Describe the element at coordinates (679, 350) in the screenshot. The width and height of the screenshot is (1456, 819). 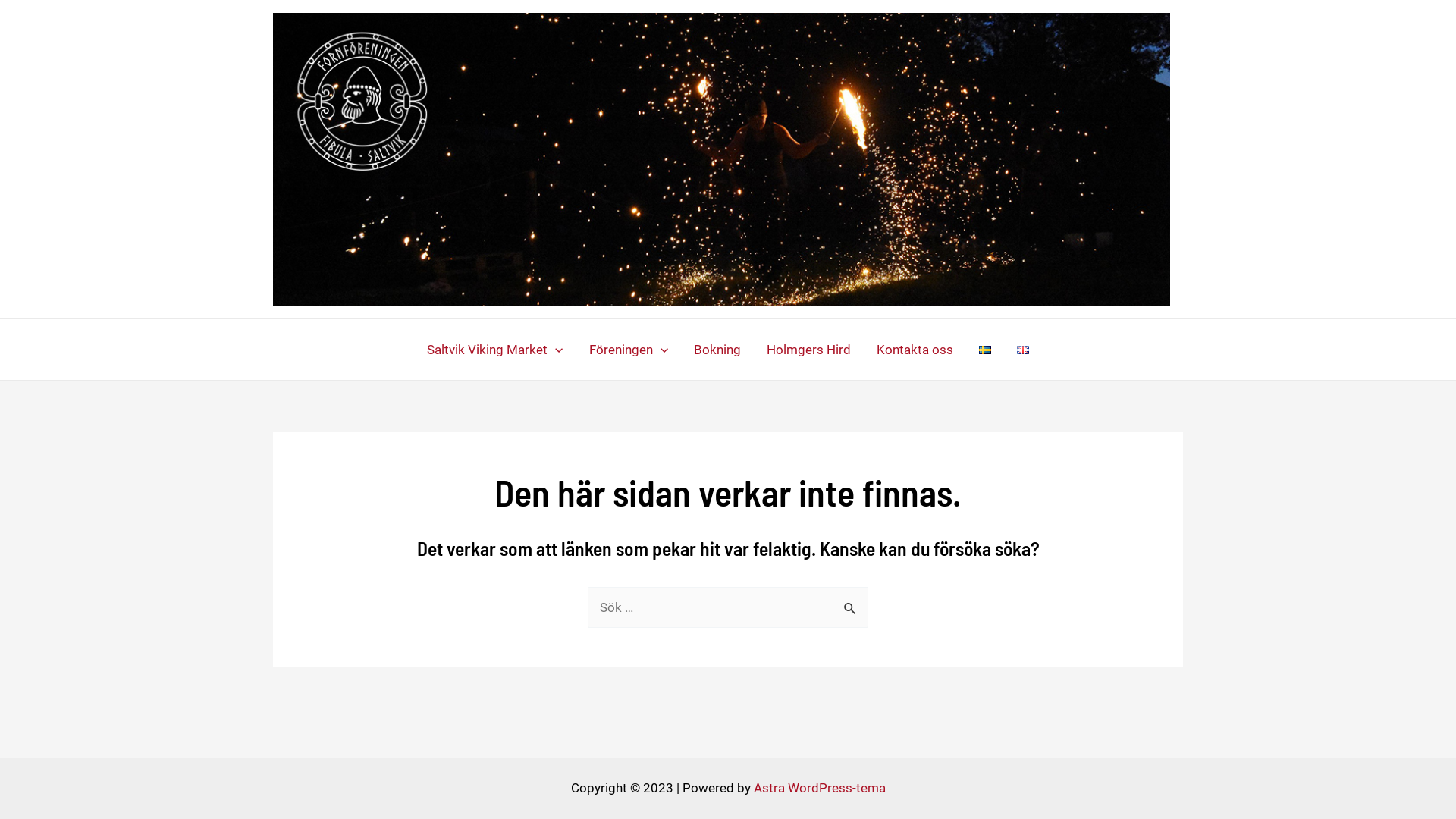
I see `'Bokning'` at that location.